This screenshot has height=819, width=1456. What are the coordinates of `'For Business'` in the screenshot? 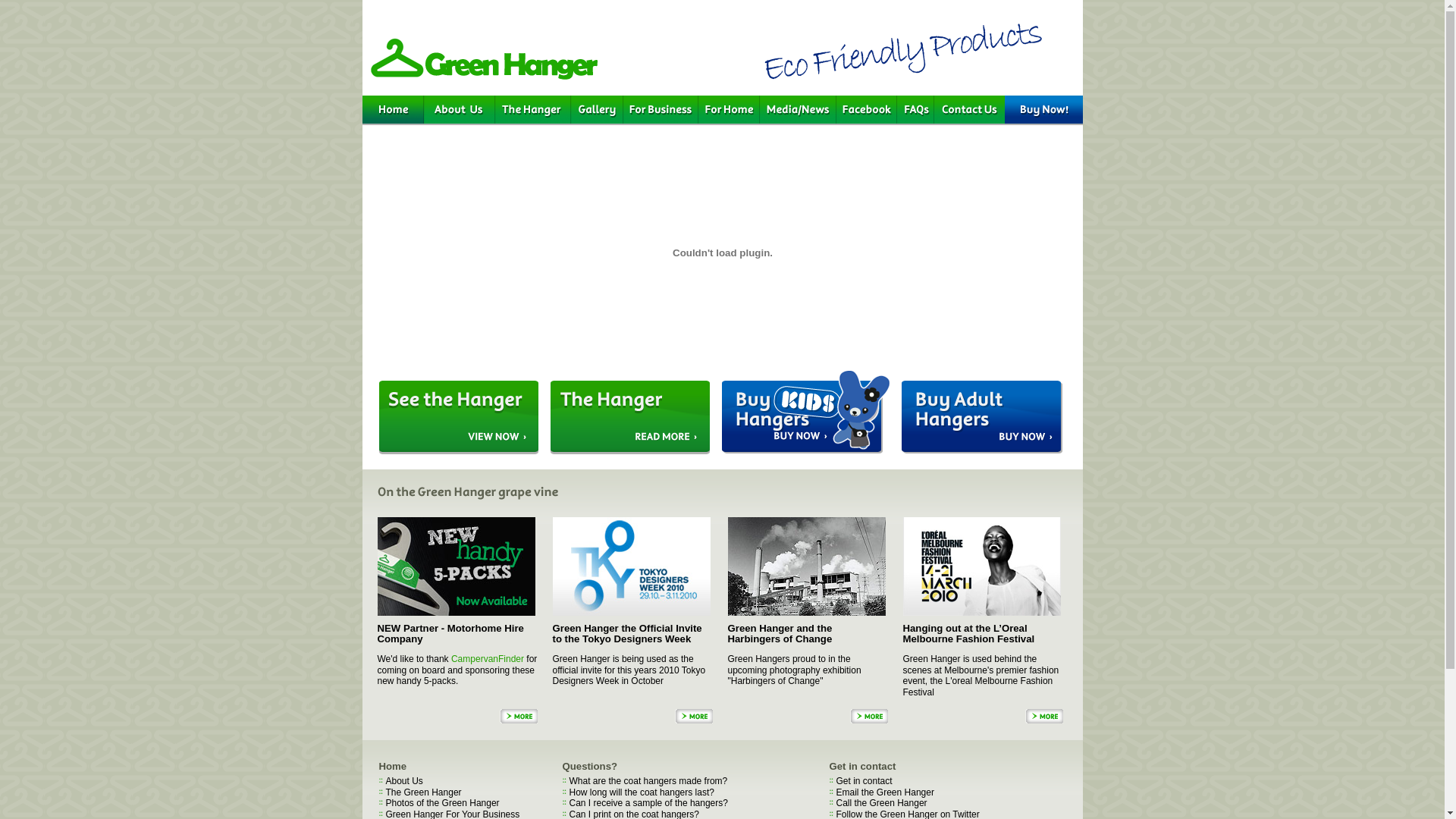 It's located at (661, 109).